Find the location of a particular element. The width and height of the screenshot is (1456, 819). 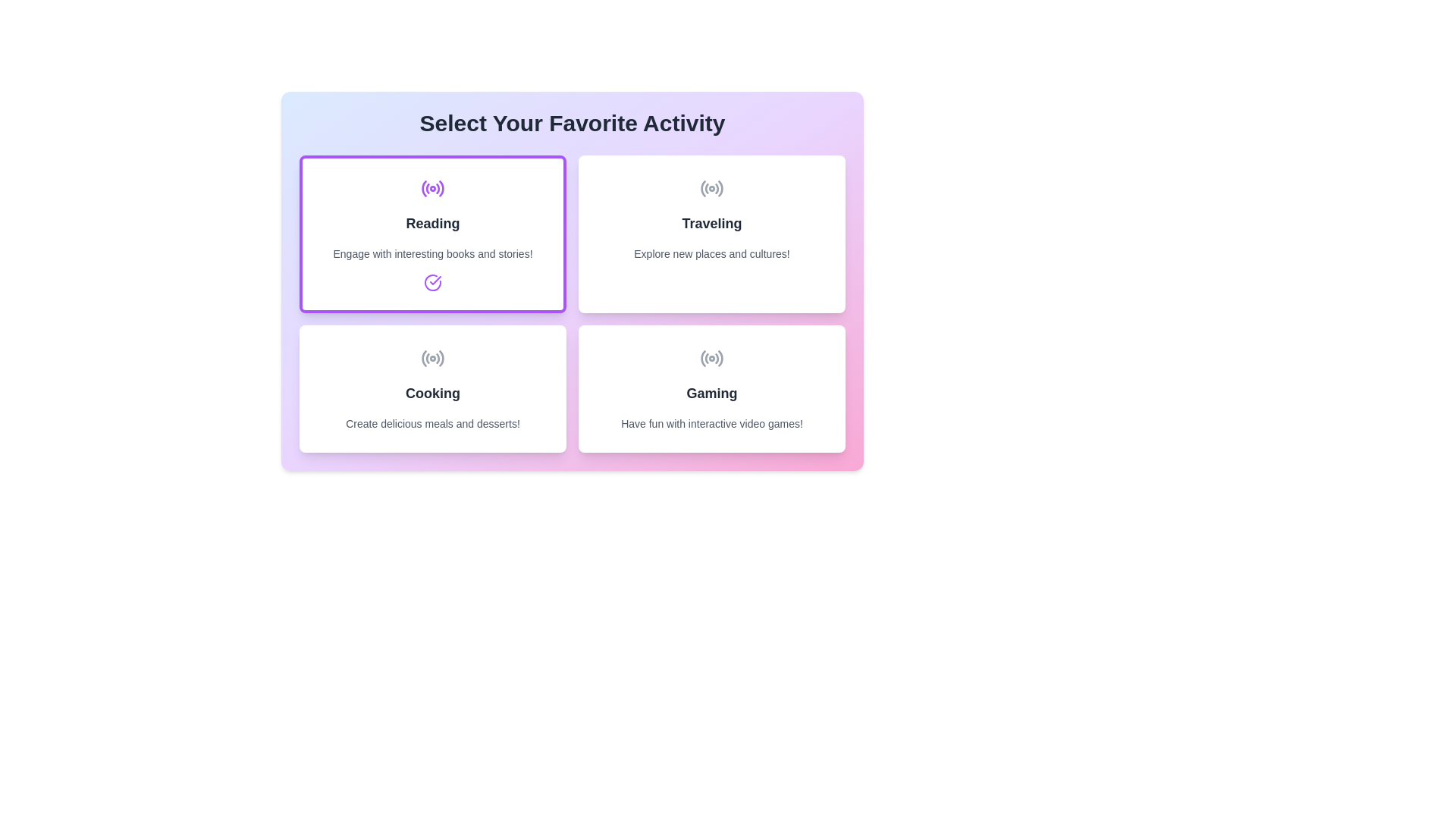

text label at the bottom-right corner of the fourth activity card in the grid, which identifies the 'Gaming' activity is located at coordinates (711, 393).